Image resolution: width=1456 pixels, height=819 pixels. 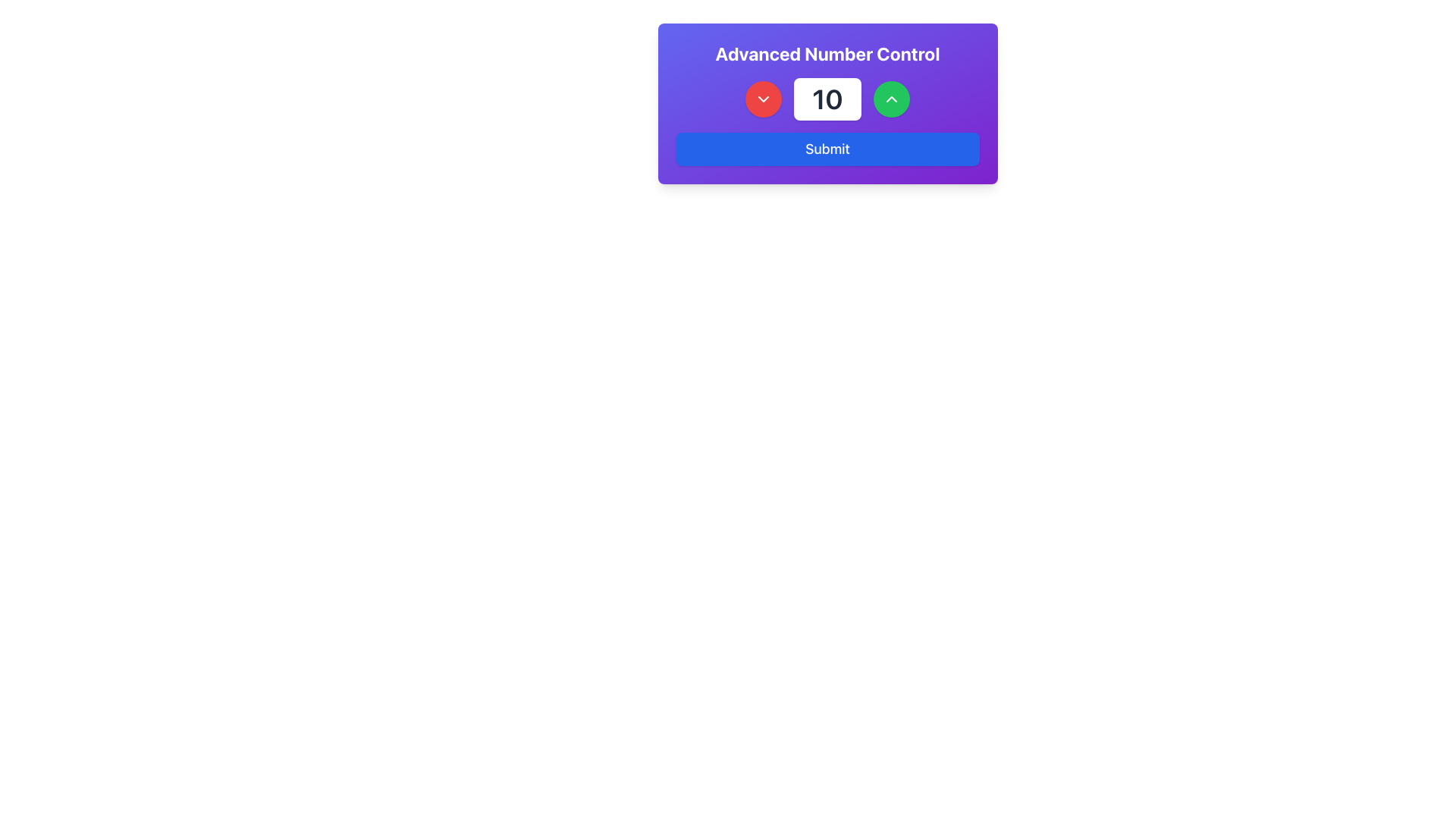 I want to click on the Text label that serves as the heading at the top center of the interface, so click(x=827, y=52).